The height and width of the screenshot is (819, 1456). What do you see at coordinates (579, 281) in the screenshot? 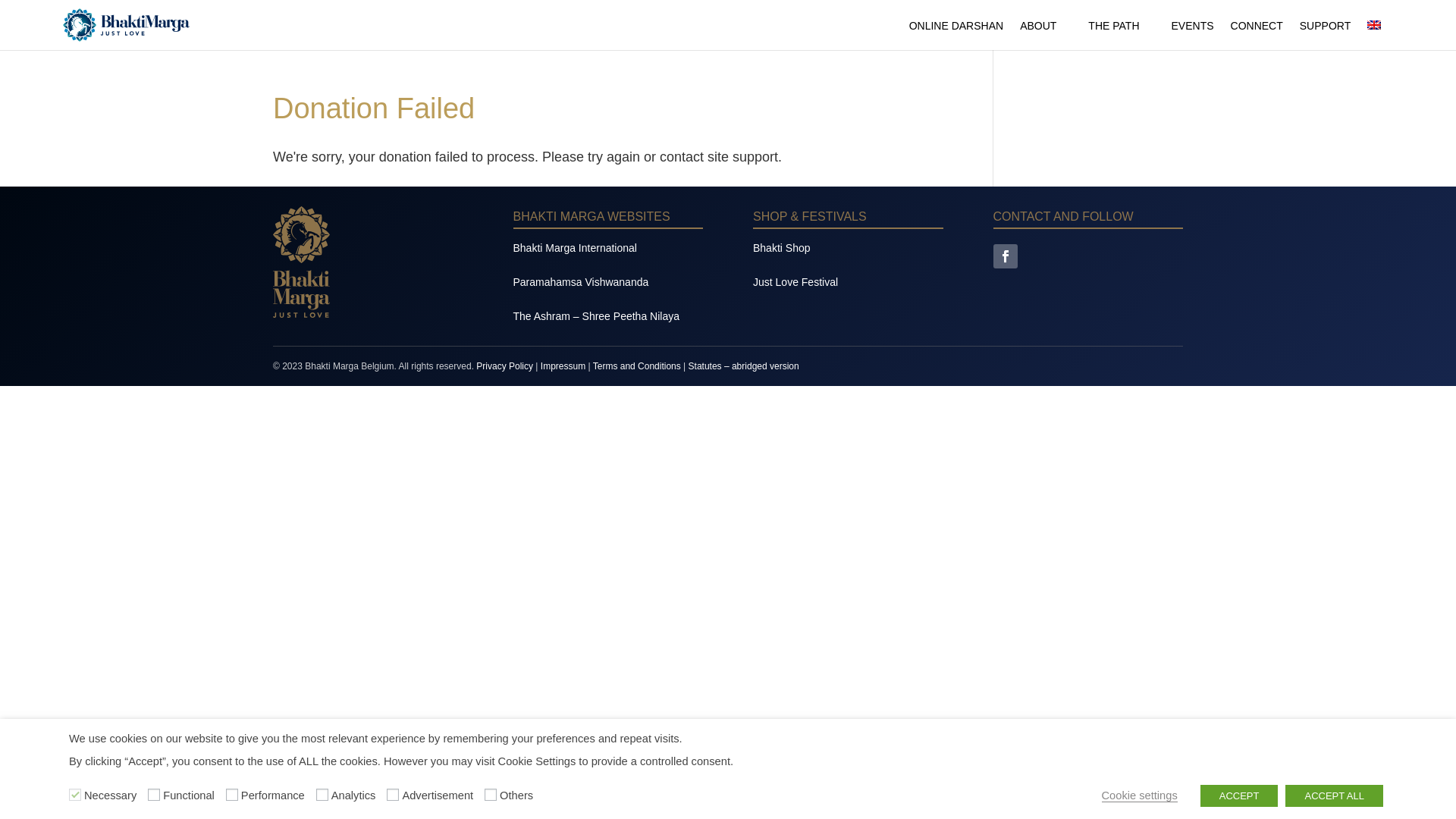
I see `'Paramahamsa Vishwananda'` at bounding box center [579, 281].